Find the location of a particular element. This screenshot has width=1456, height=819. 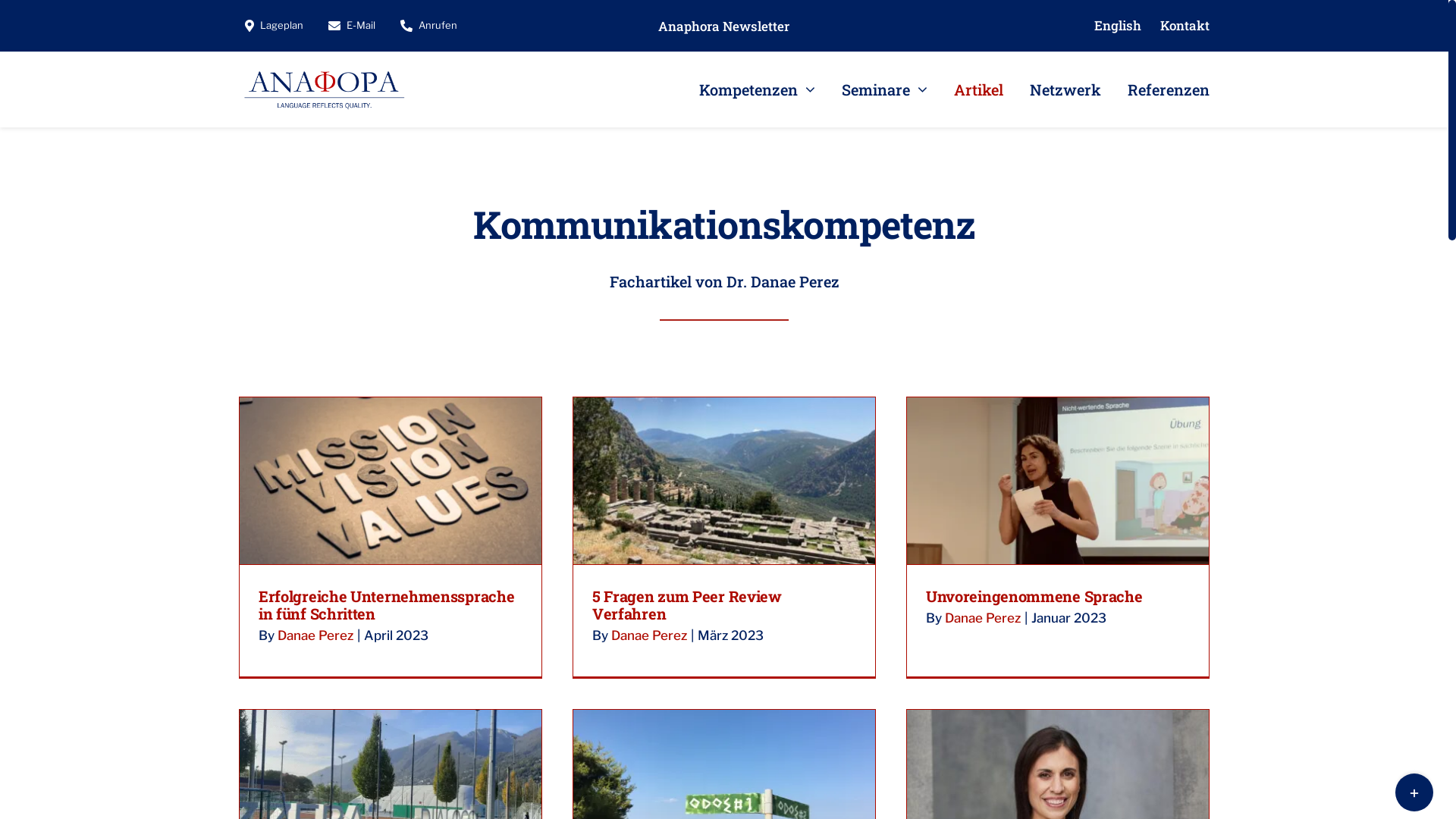

'Seminare' is located at coordinates (884, 89).